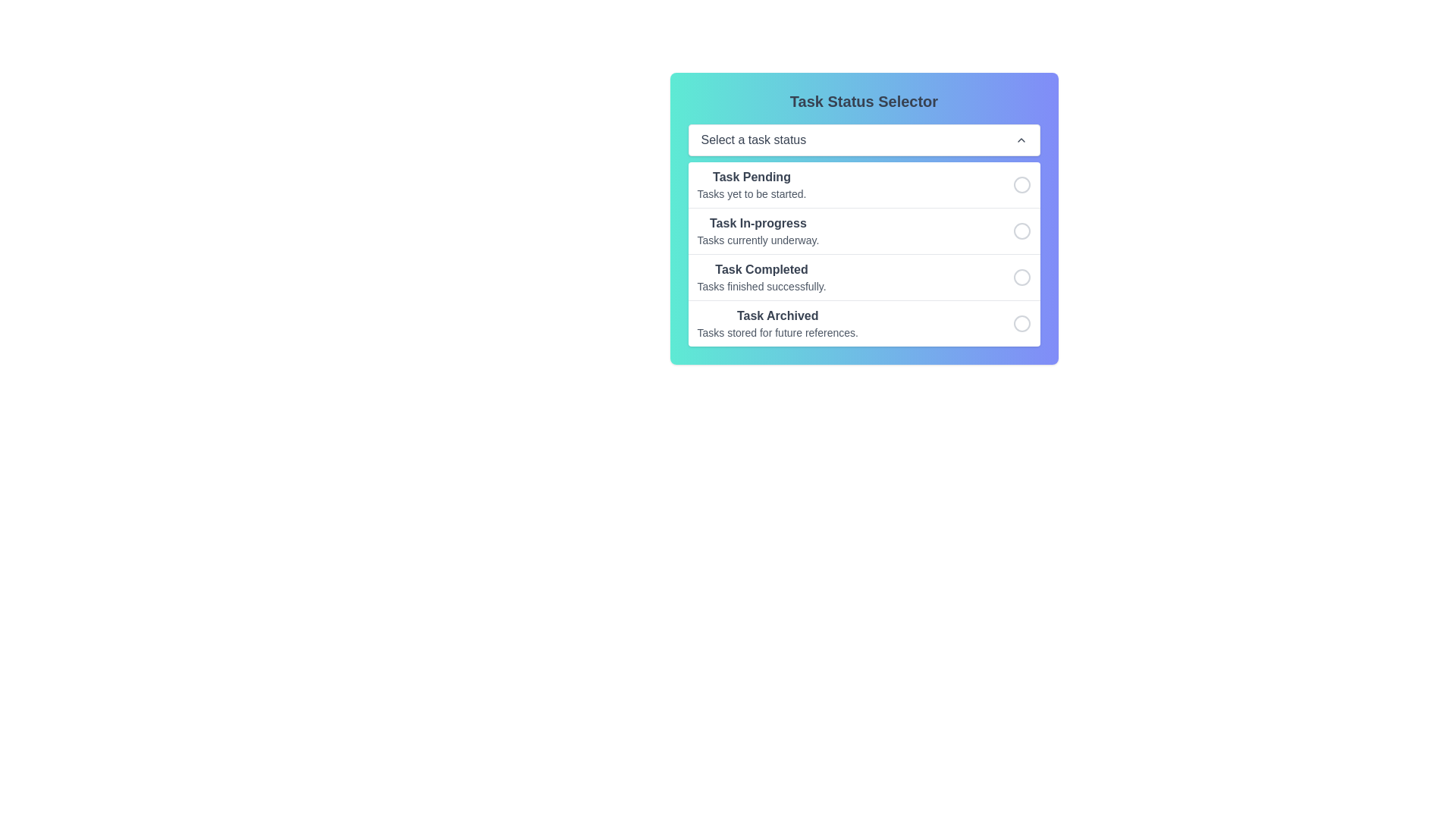 The width and height of the screenshot is (1456, 819). What do you see at coordinates (864, 322) in the screenshot?
I see `the fourth list item in the 'Task Status Selector' dropdown` at bounding box center [864, 322].